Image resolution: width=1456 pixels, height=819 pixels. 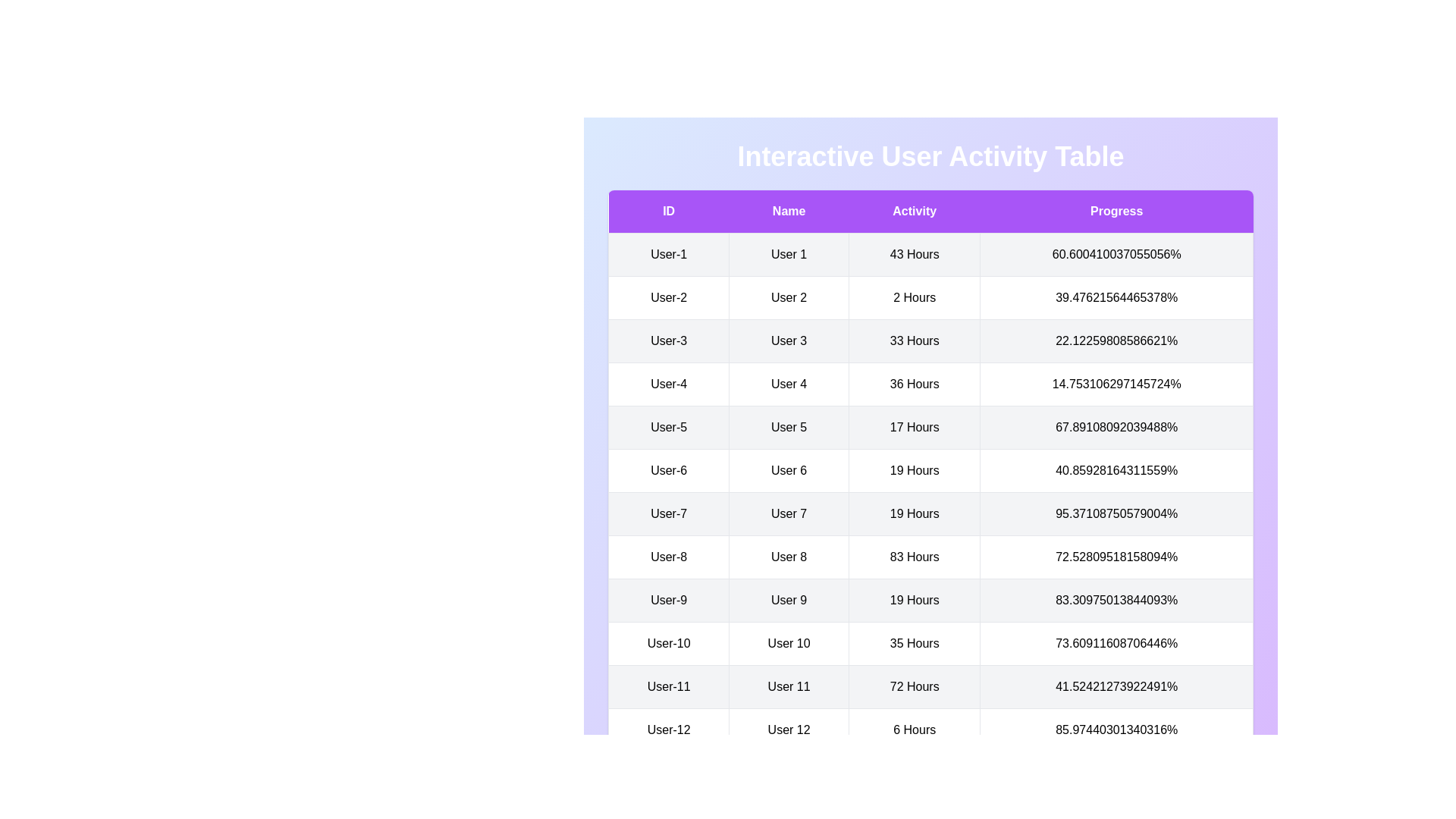 I want to click on the header labeled 'Progress' to sort the respective column, so click(x=1116, y=212).